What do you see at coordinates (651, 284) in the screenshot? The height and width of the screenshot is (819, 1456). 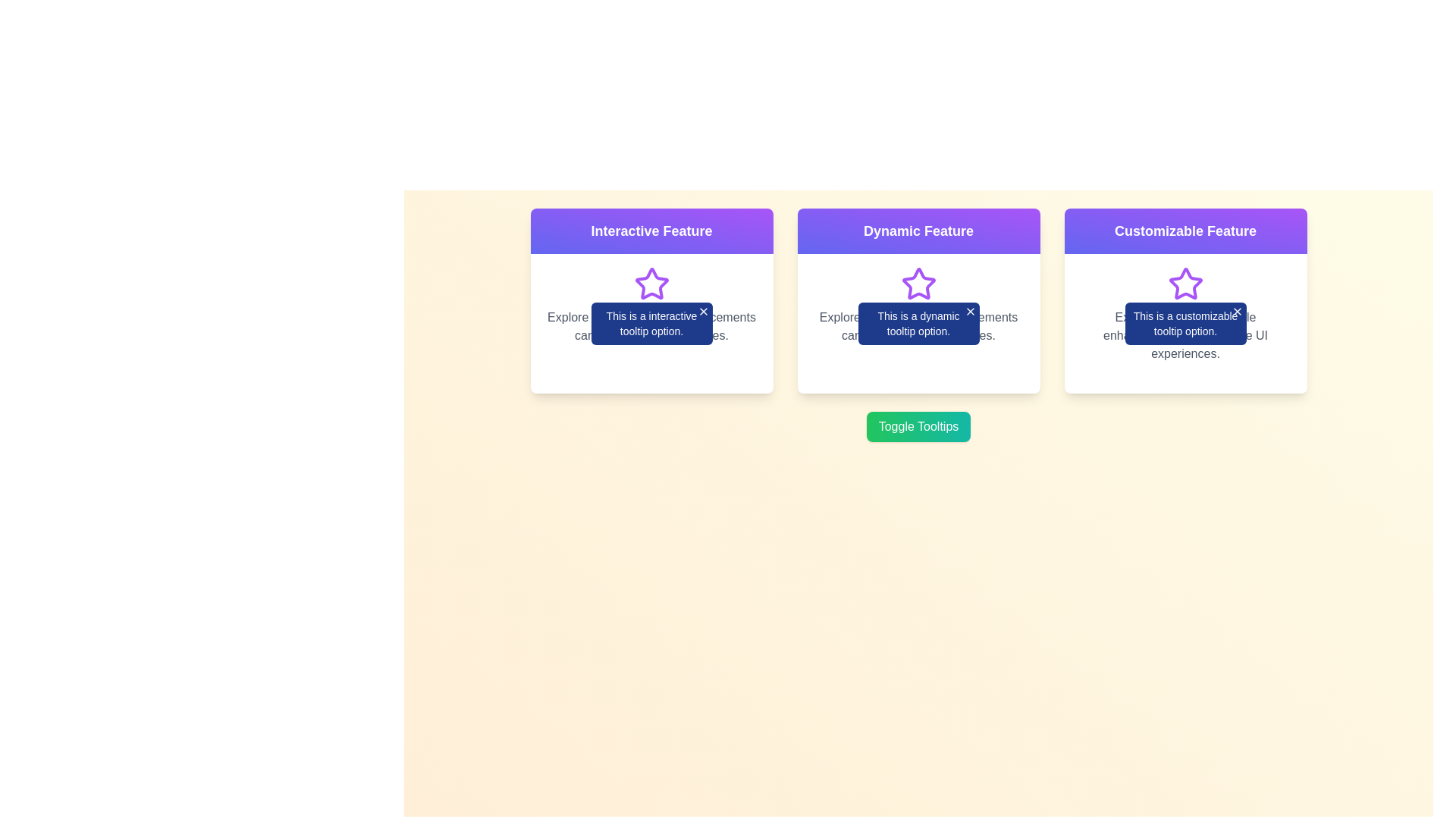 I see `the purple star icon located under the 'Interactive Feature' header, which is the first icon in a row of three, above its descriptive text` at bounding box center [651, 284].